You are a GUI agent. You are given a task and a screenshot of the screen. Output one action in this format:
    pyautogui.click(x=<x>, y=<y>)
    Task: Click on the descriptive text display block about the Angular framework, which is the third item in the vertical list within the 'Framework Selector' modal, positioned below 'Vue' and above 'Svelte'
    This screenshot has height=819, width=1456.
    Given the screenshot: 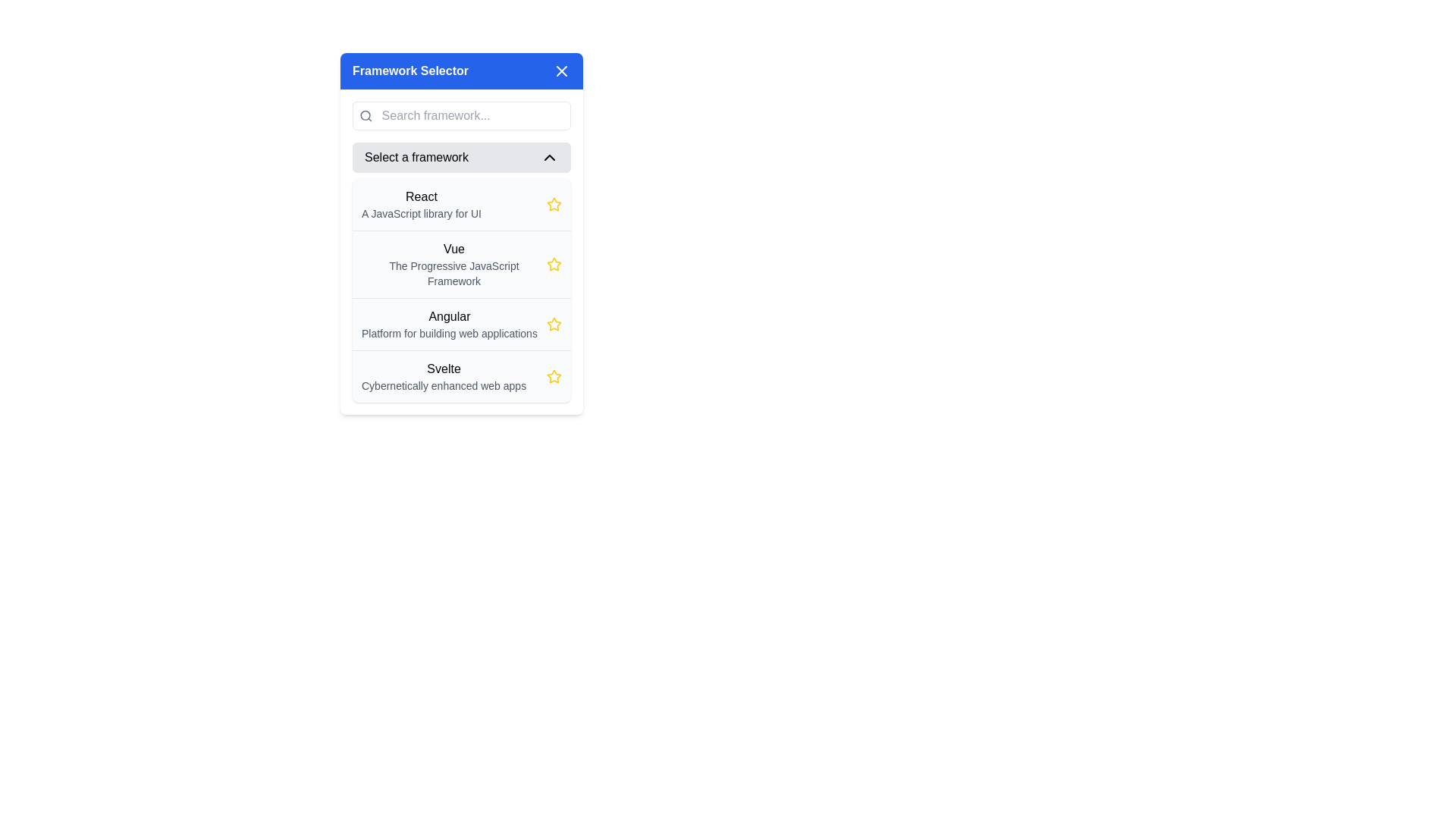 What is the action you would take?
    pyautogui.click(x=448, y=324)
    